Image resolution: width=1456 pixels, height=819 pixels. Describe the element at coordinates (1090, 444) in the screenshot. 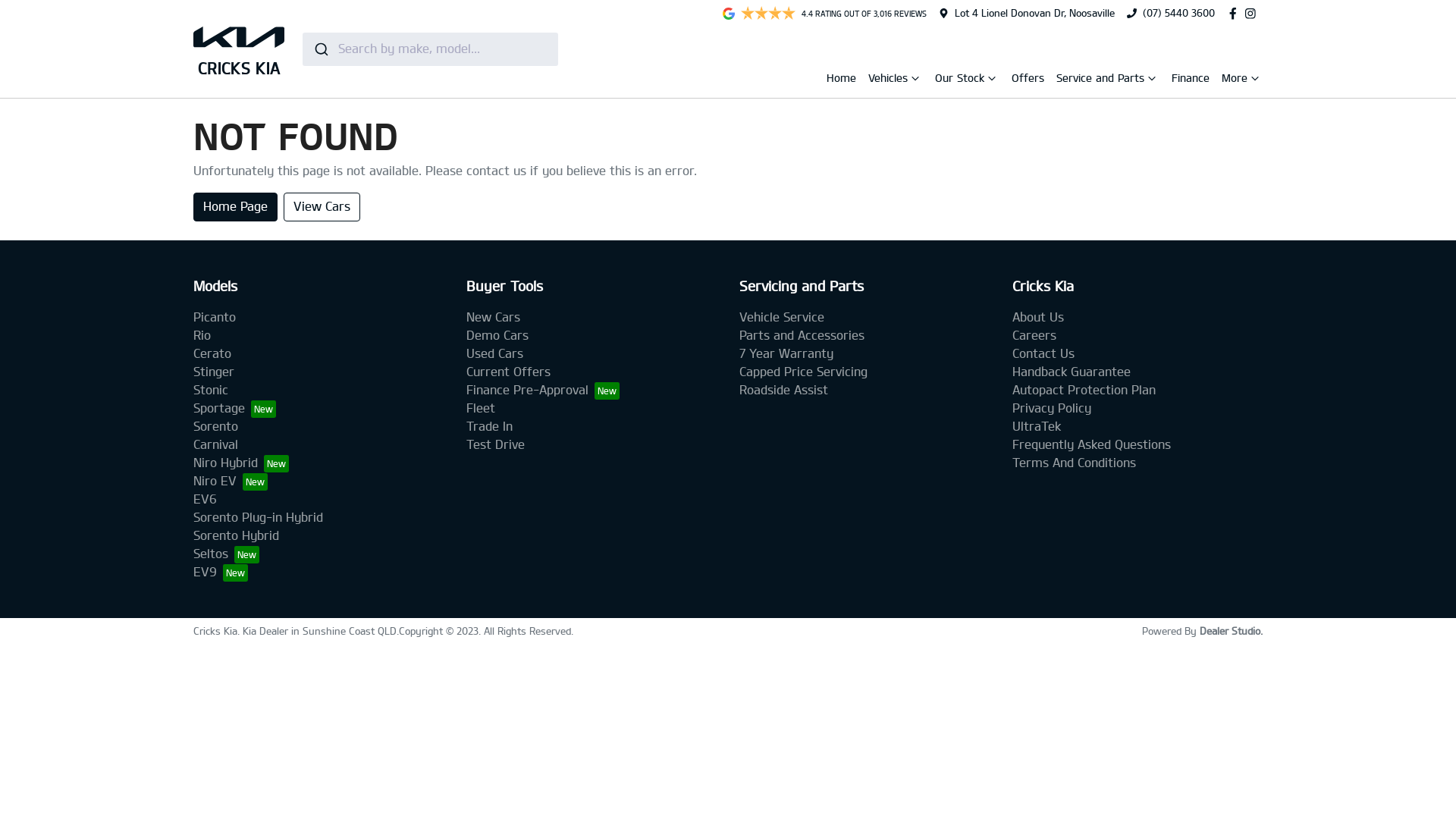

I see `'Frequently Asked Questions'` at that location.